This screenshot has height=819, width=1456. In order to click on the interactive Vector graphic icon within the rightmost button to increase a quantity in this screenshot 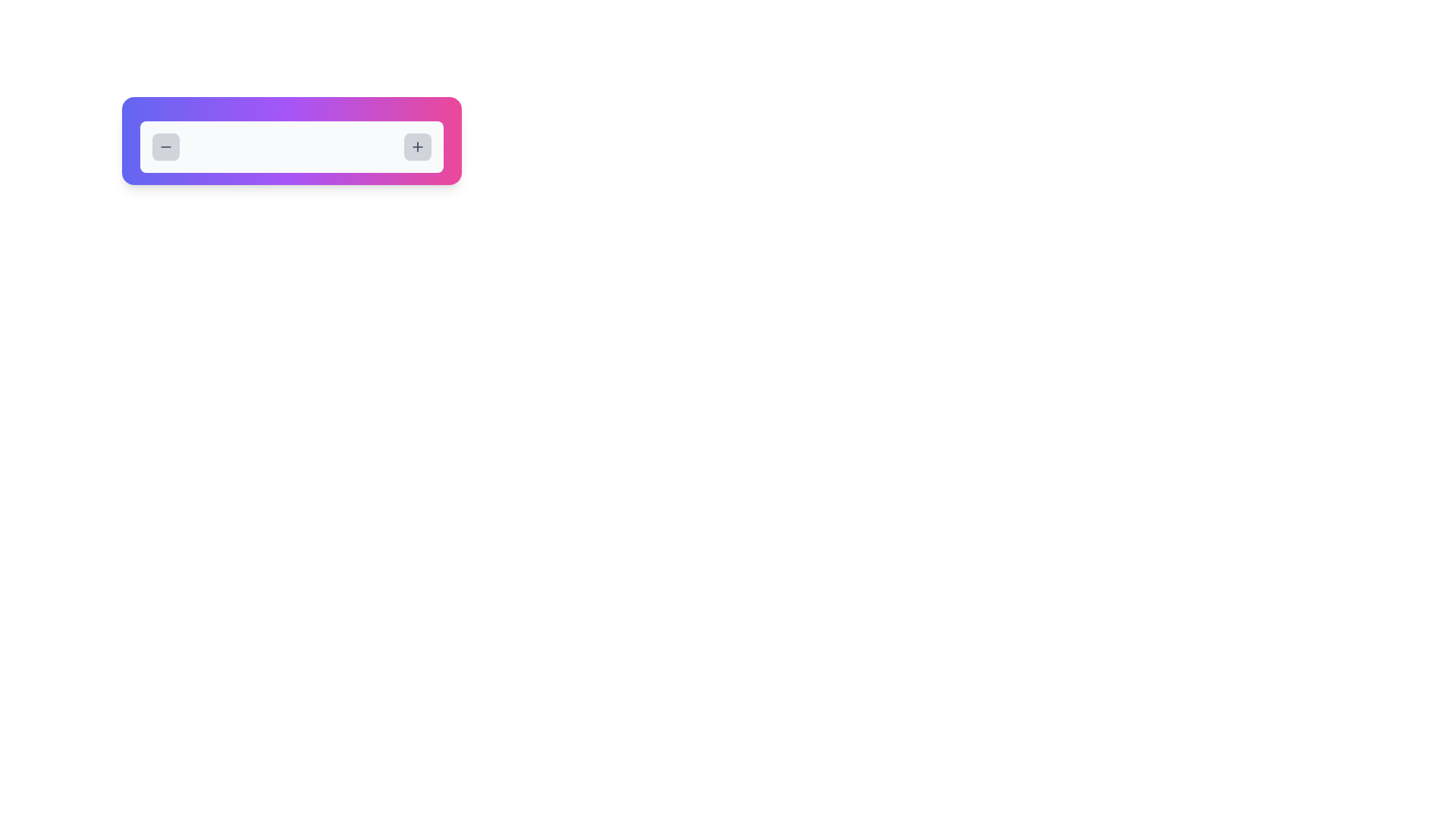, I will do `click(418, 146)`.